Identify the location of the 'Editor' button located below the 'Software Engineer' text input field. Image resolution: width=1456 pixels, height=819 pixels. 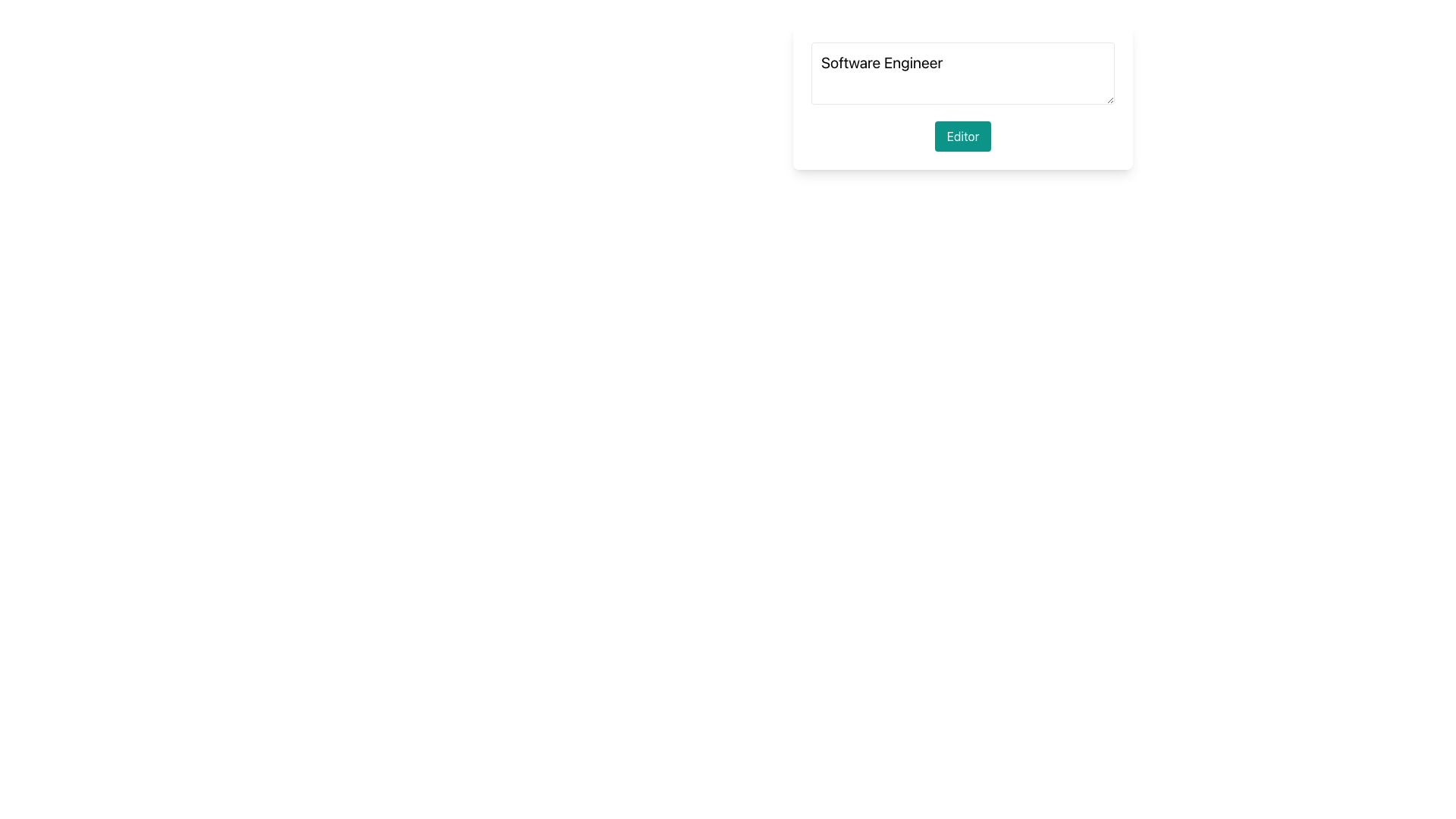
(962, 136).